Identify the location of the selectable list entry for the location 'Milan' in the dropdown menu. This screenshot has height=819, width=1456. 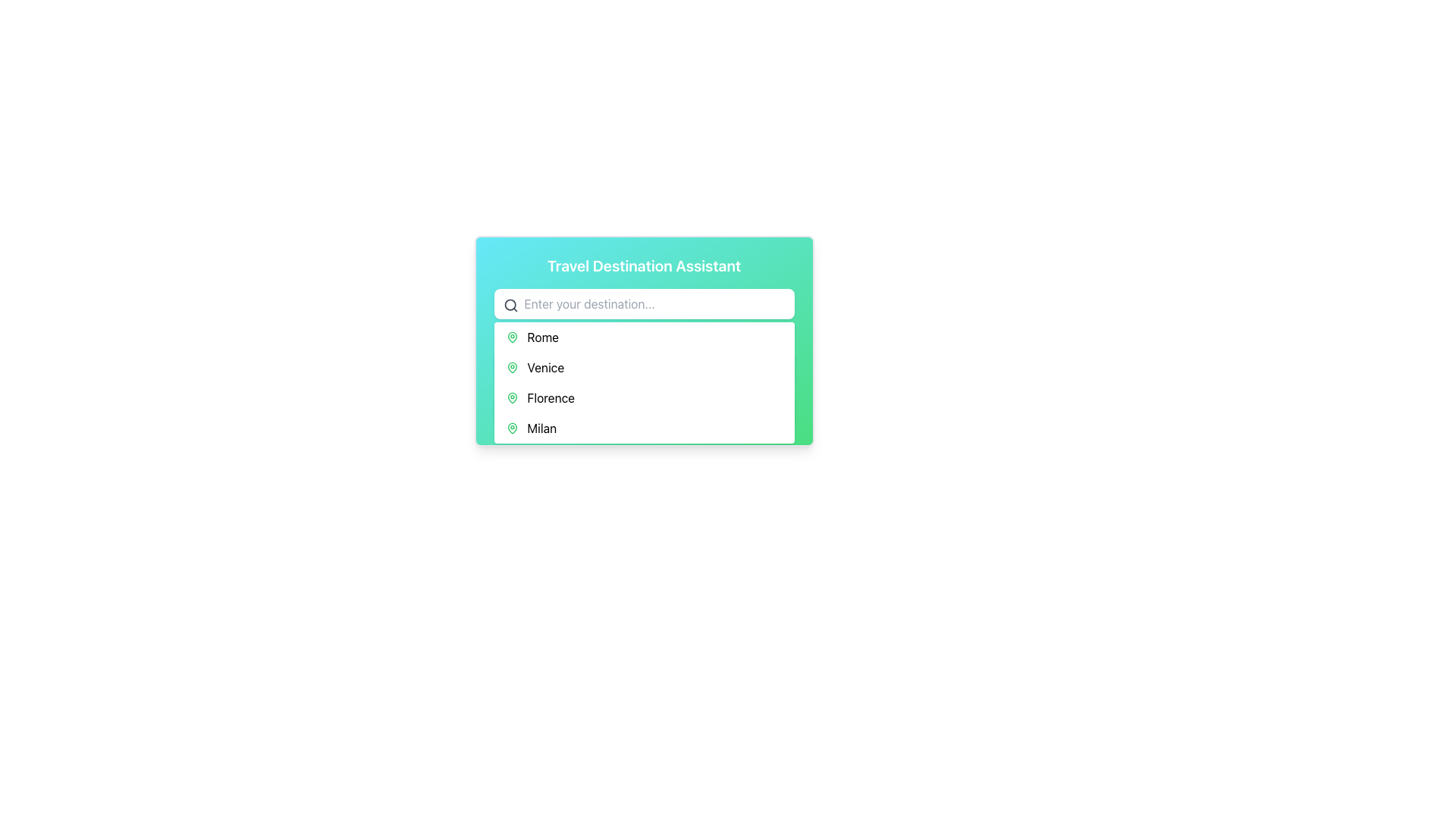
(644, 428).